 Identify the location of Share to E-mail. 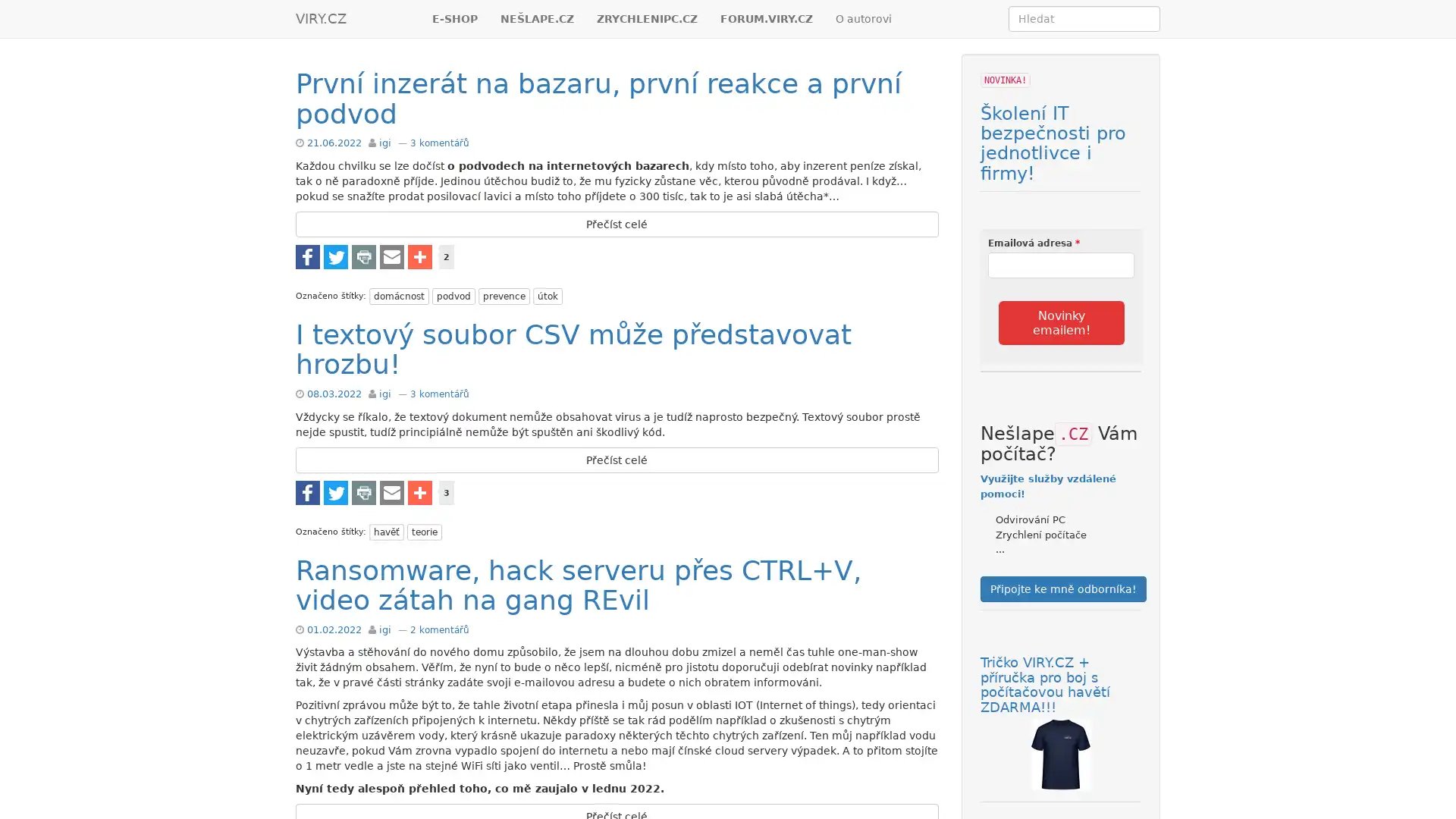
(392, 491).